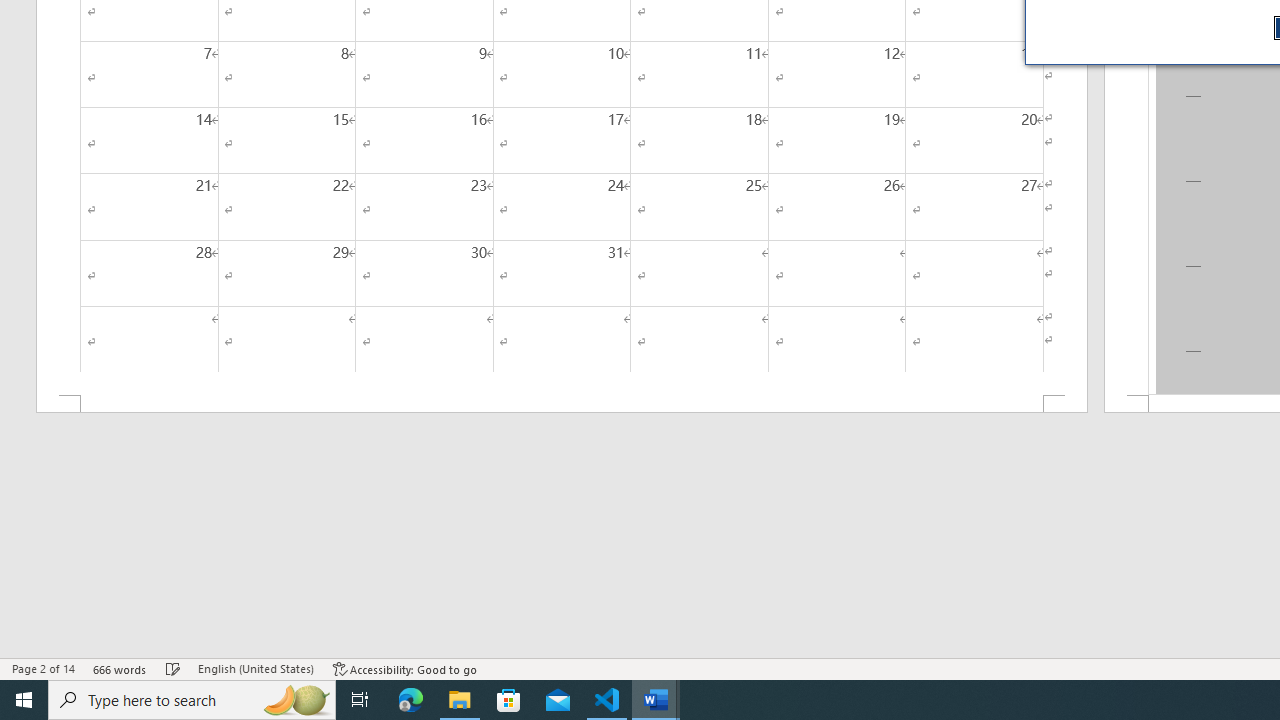 Image resolution: width=1280 pixels, height=720 pixels. What do you see at coordinates (192, 698) in the screenshot?
I see `'Type here to search'` at bounding box center [192, 698].